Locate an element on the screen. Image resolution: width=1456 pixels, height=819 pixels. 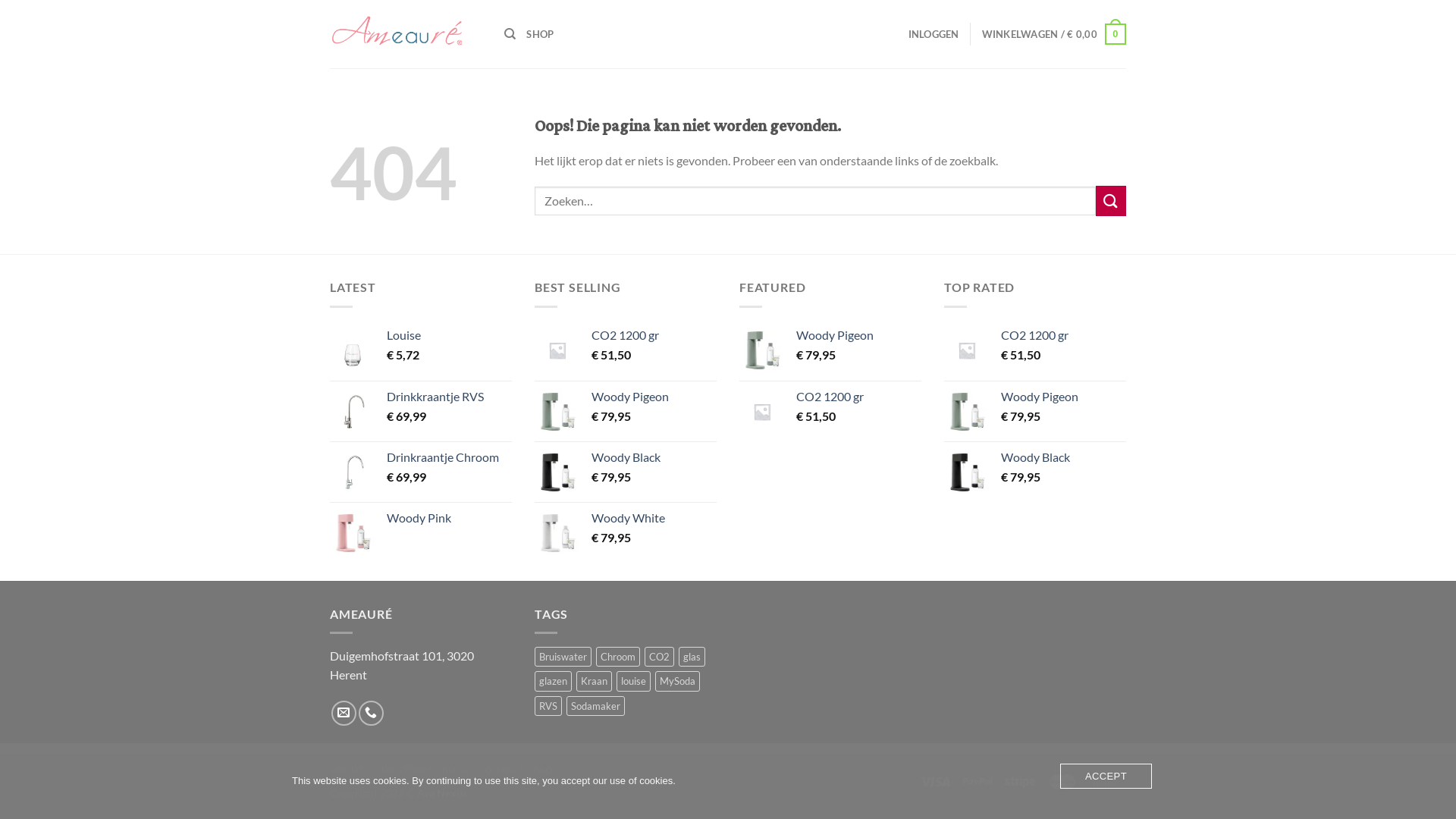
'CO2' is located at coordinates (659, 656).